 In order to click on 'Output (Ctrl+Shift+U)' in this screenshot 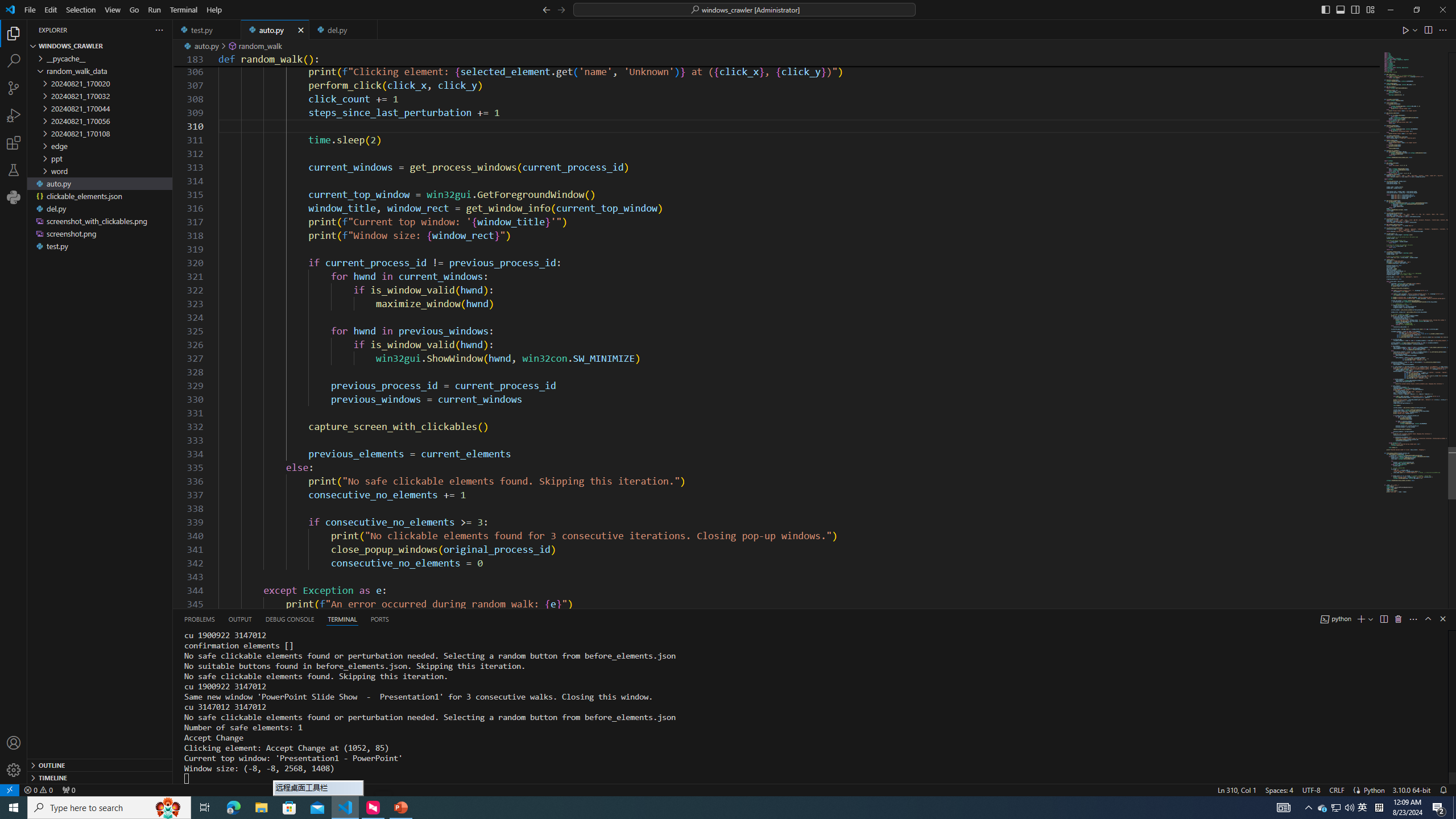, I will do `click(239, 618)`.